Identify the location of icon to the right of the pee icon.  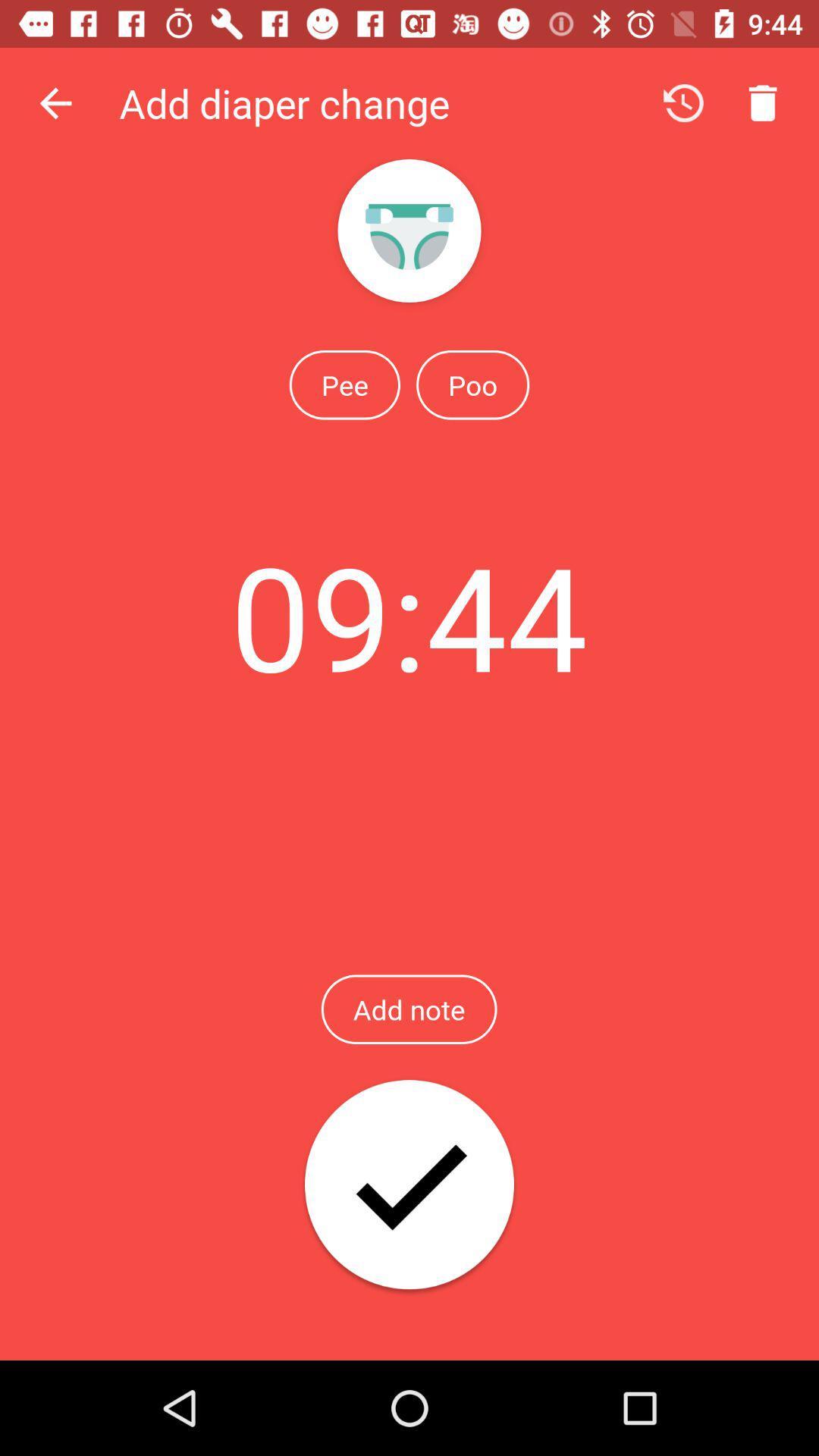
(472, 384).